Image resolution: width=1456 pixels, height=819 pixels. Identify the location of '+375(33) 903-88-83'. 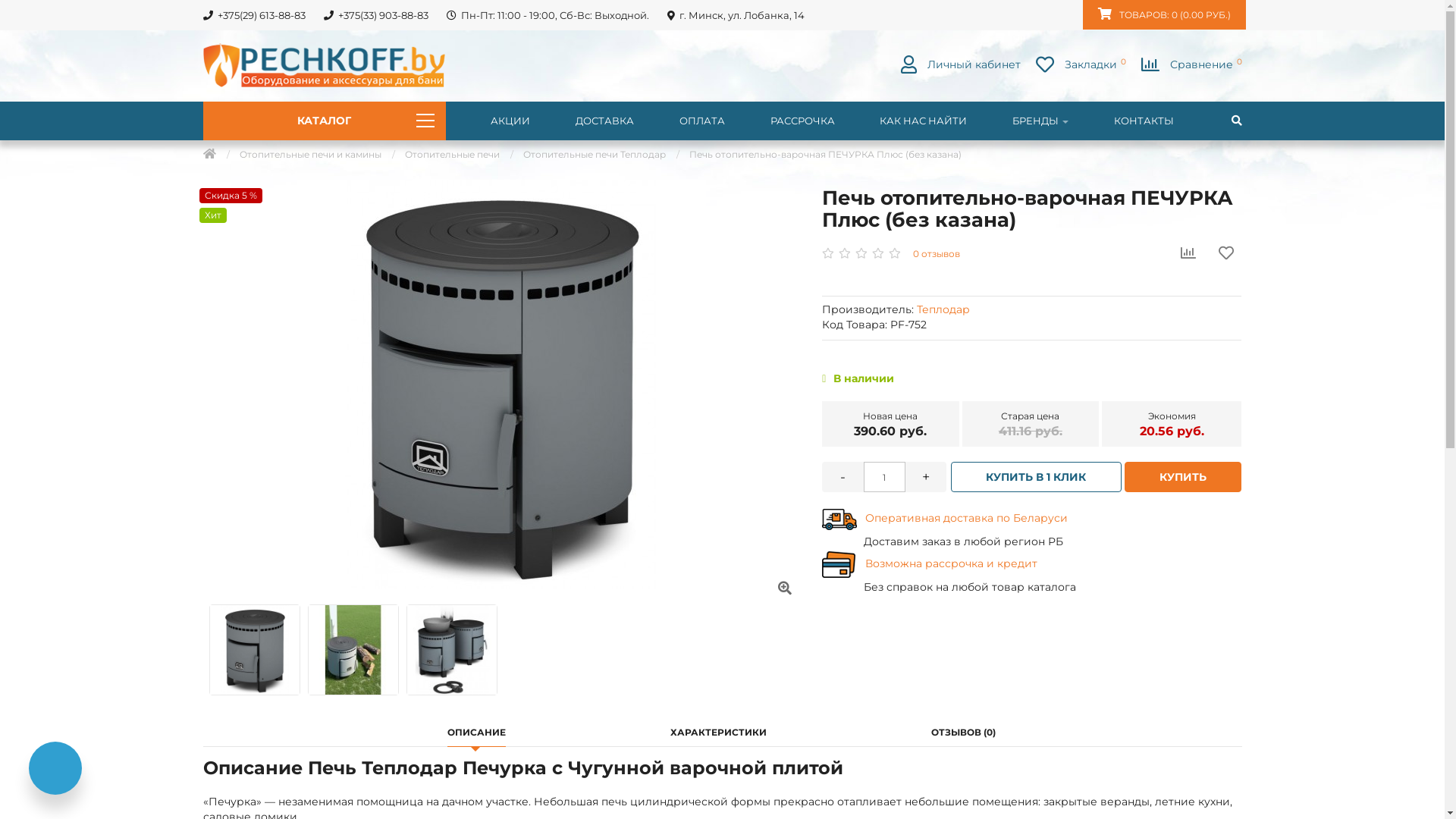
(375, 14).